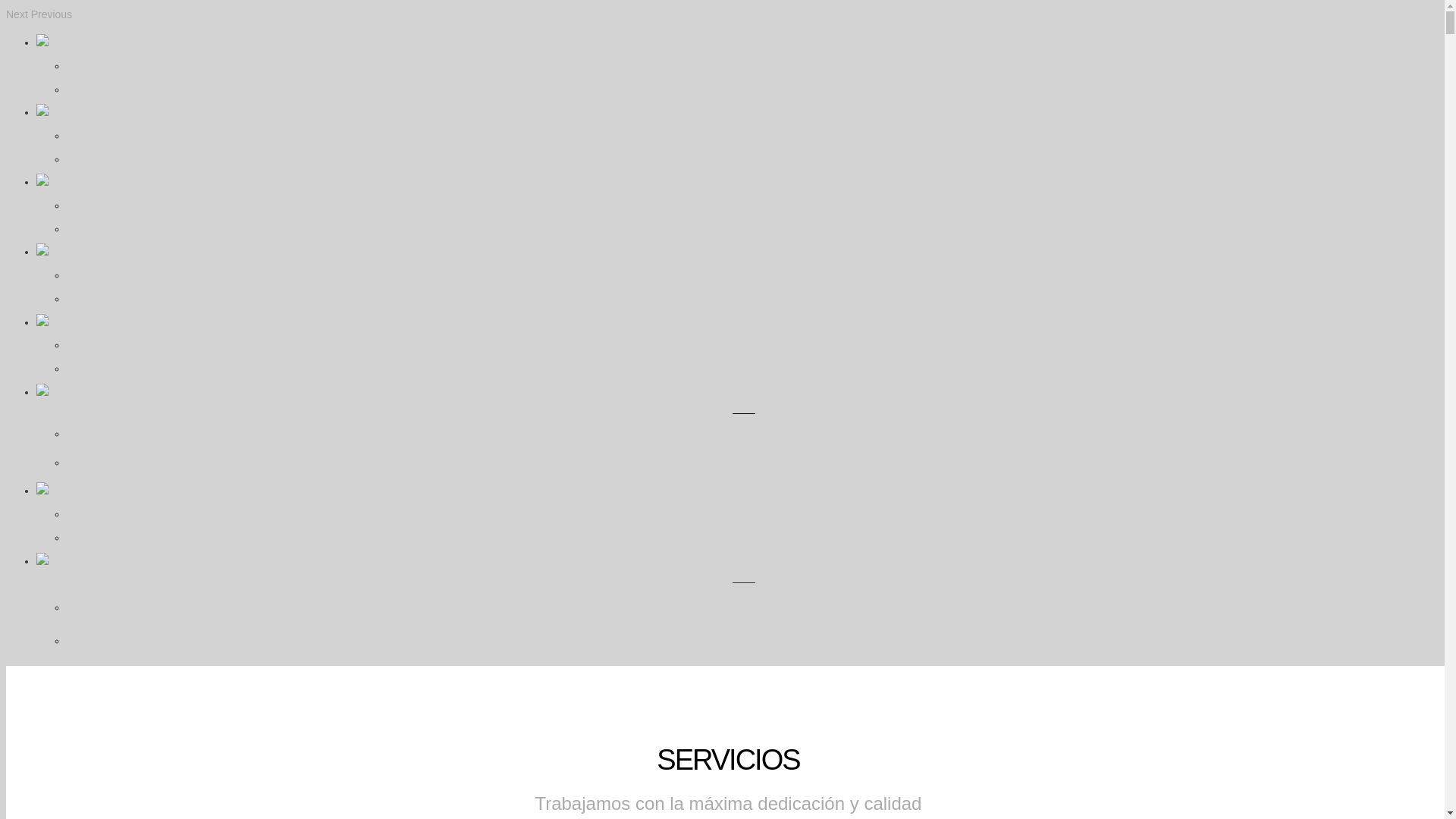 The image size is (1456, 819). Describe the element at coordinates (17, 14) in the screenshot. I see `'Next'` at that location.